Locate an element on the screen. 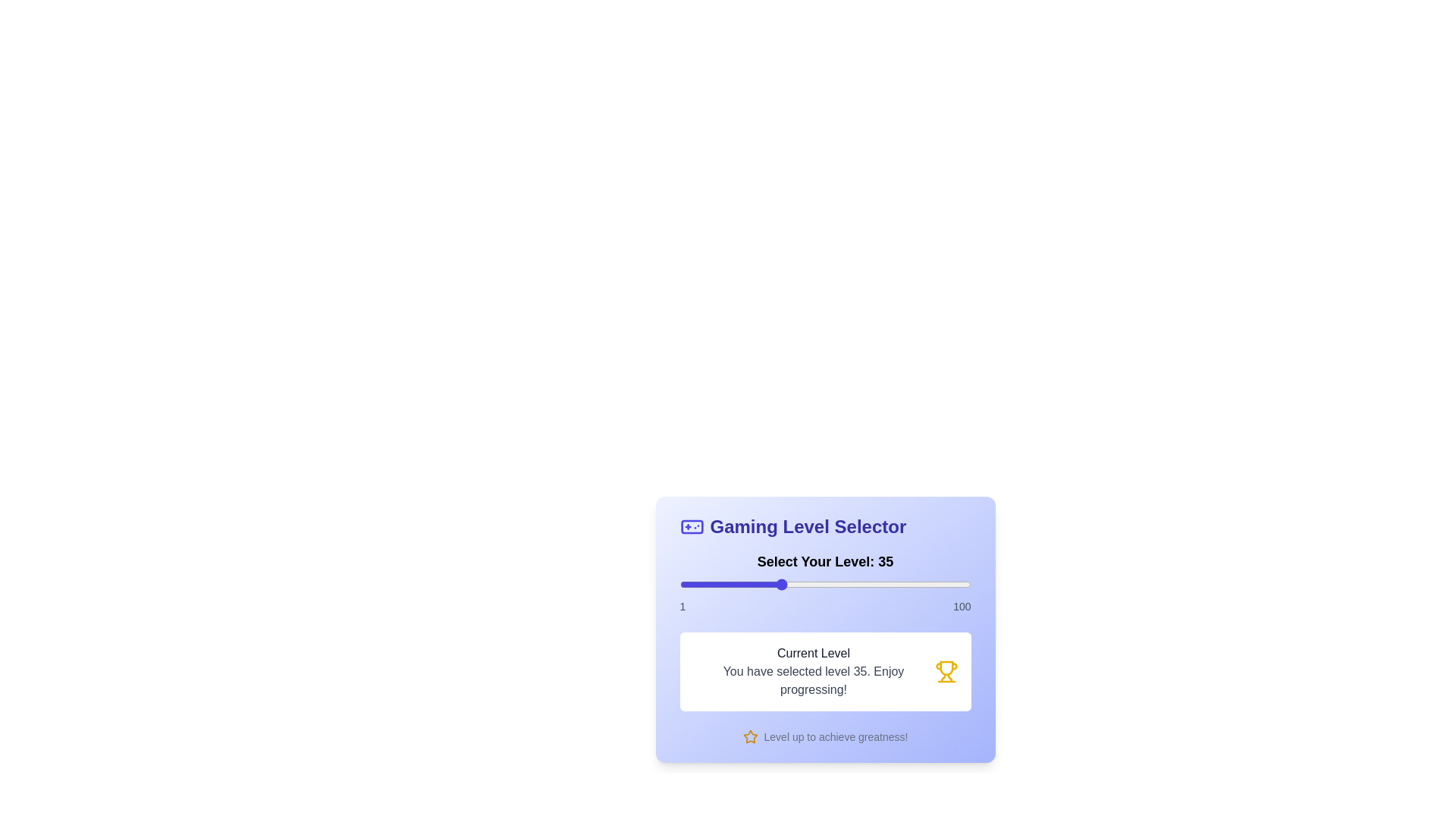 This screenshot has height=819, width=1456. the level is located at coordinates (811, 584).